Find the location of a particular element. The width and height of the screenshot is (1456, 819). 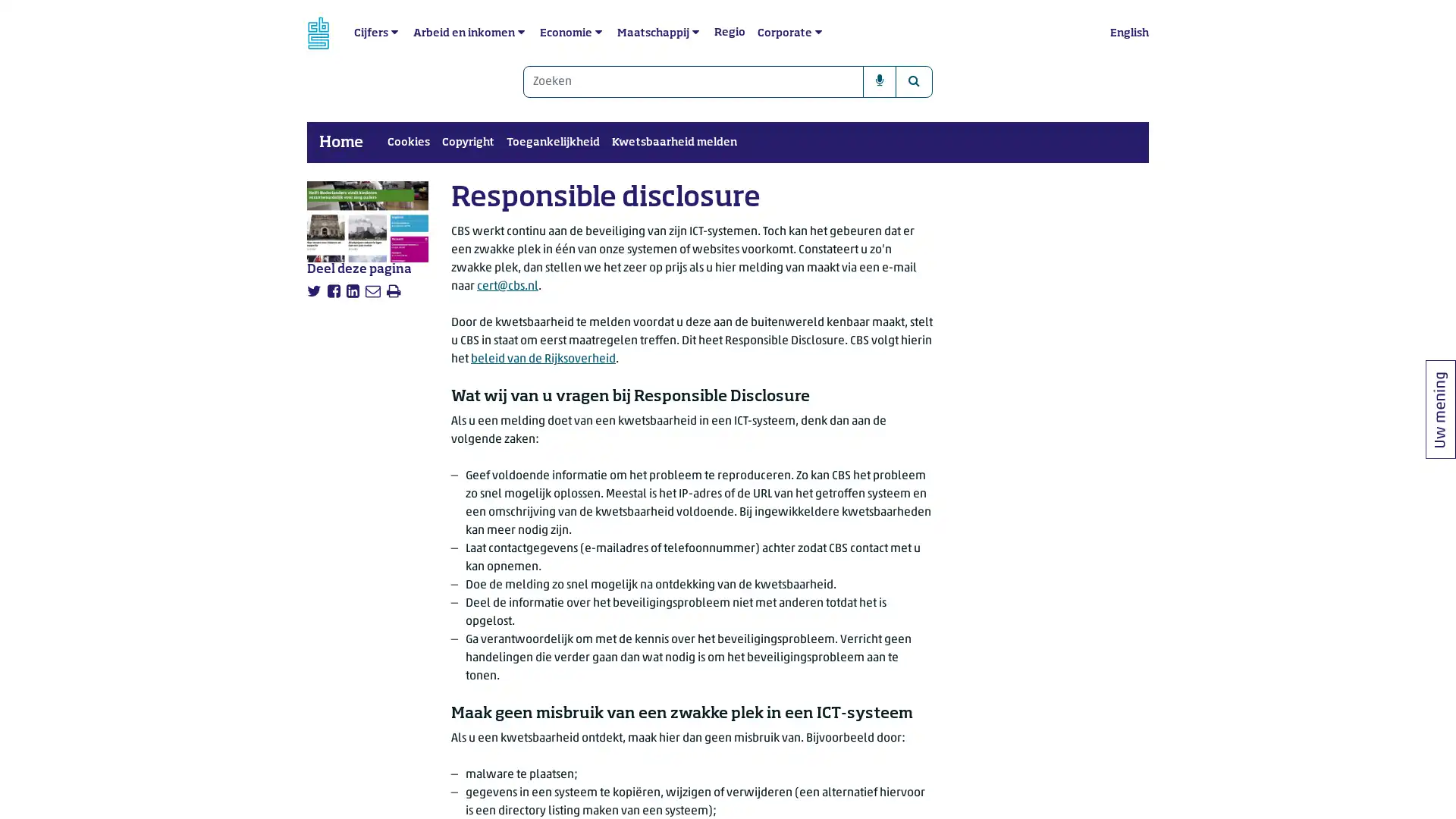

submenu Arbeid en inkomen is located at coordinates (521, 32).